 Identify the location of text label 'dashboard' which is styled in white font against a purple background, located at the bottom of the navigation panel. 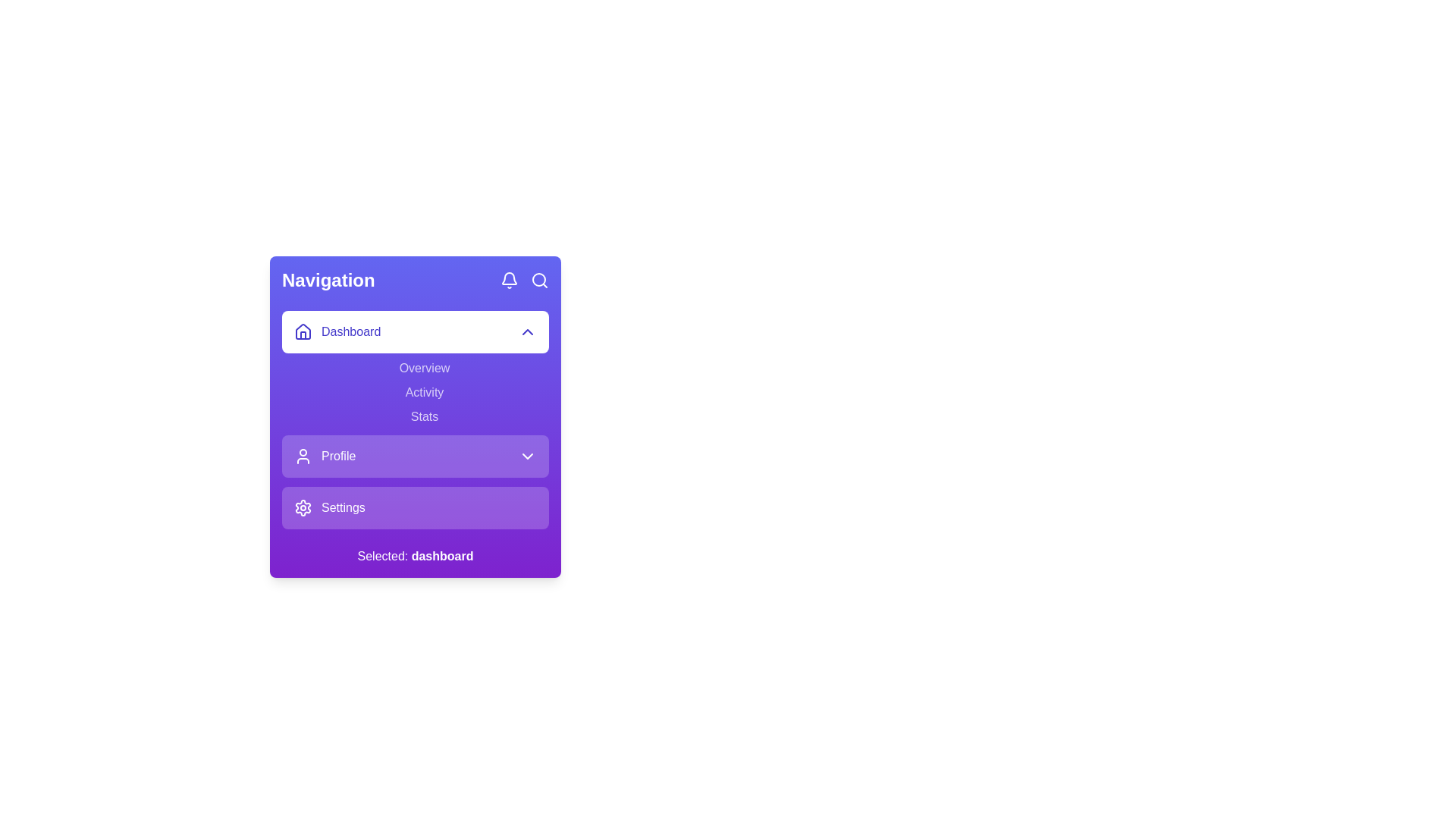
(441, 556).